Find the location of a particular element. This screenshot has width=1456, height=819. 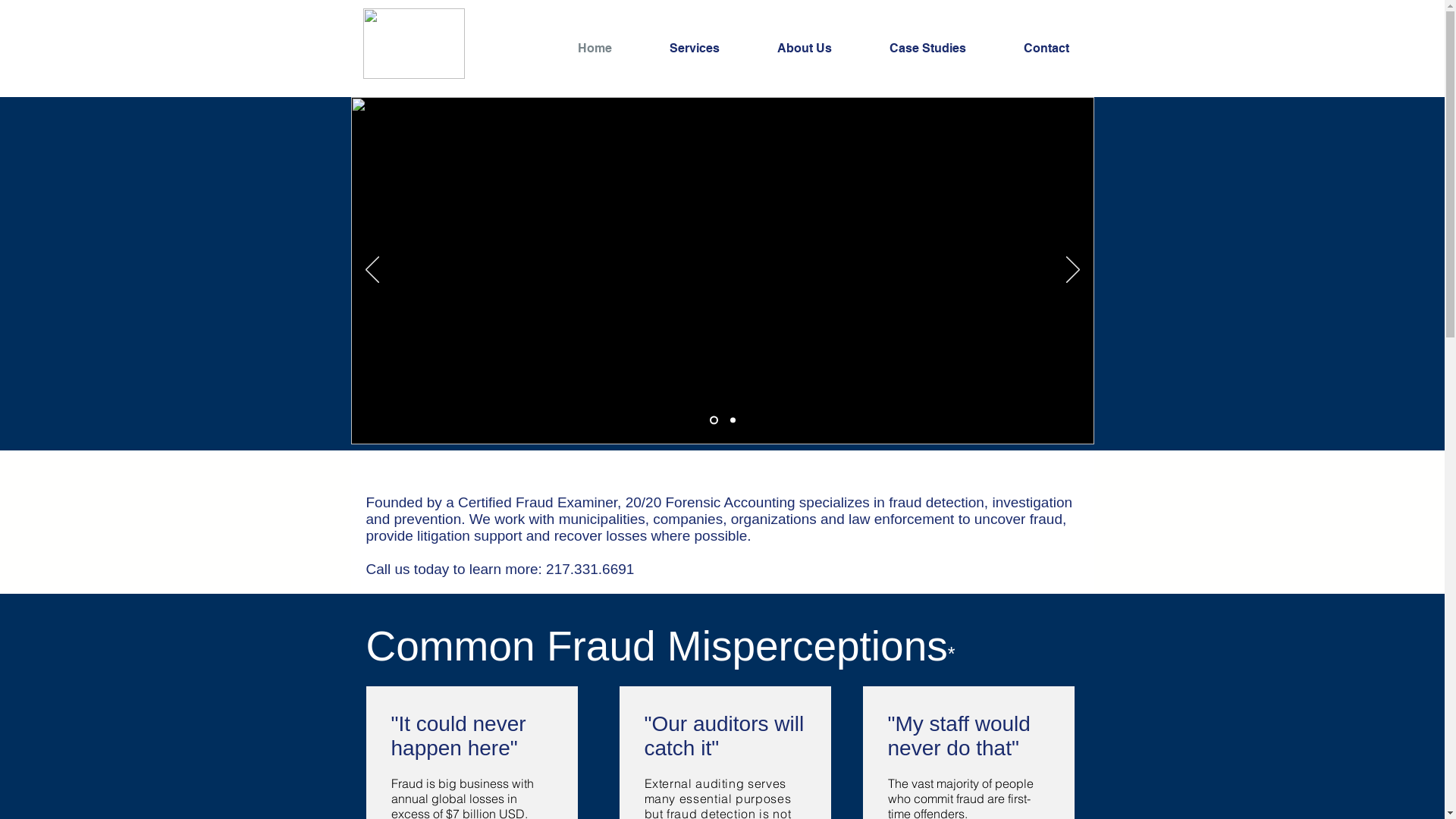

'Services' is located at coordinates (711, 48).